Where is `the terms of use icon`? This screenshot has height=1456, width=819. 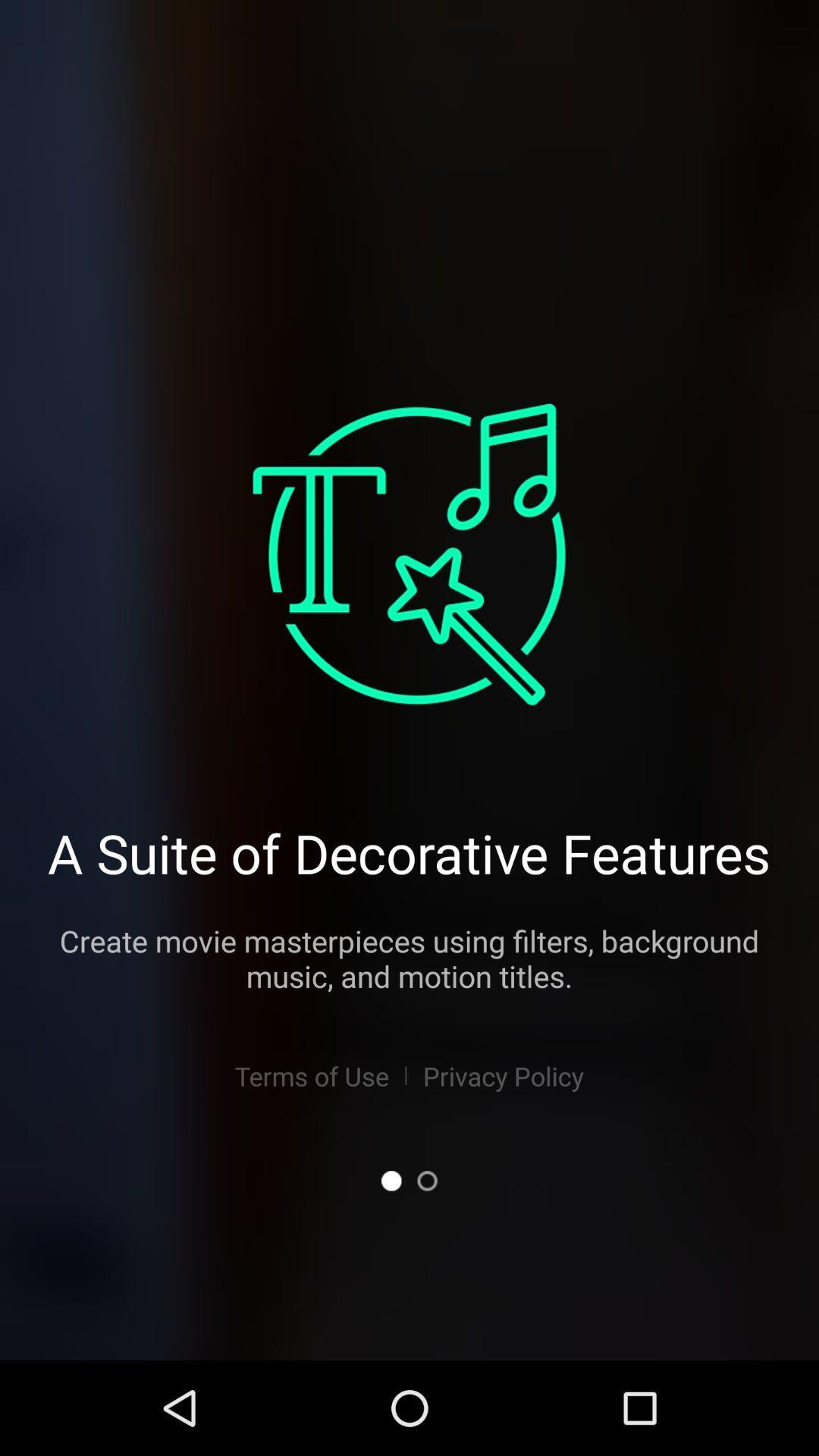 the terms of use icon is located at coordinates (311, 1075).